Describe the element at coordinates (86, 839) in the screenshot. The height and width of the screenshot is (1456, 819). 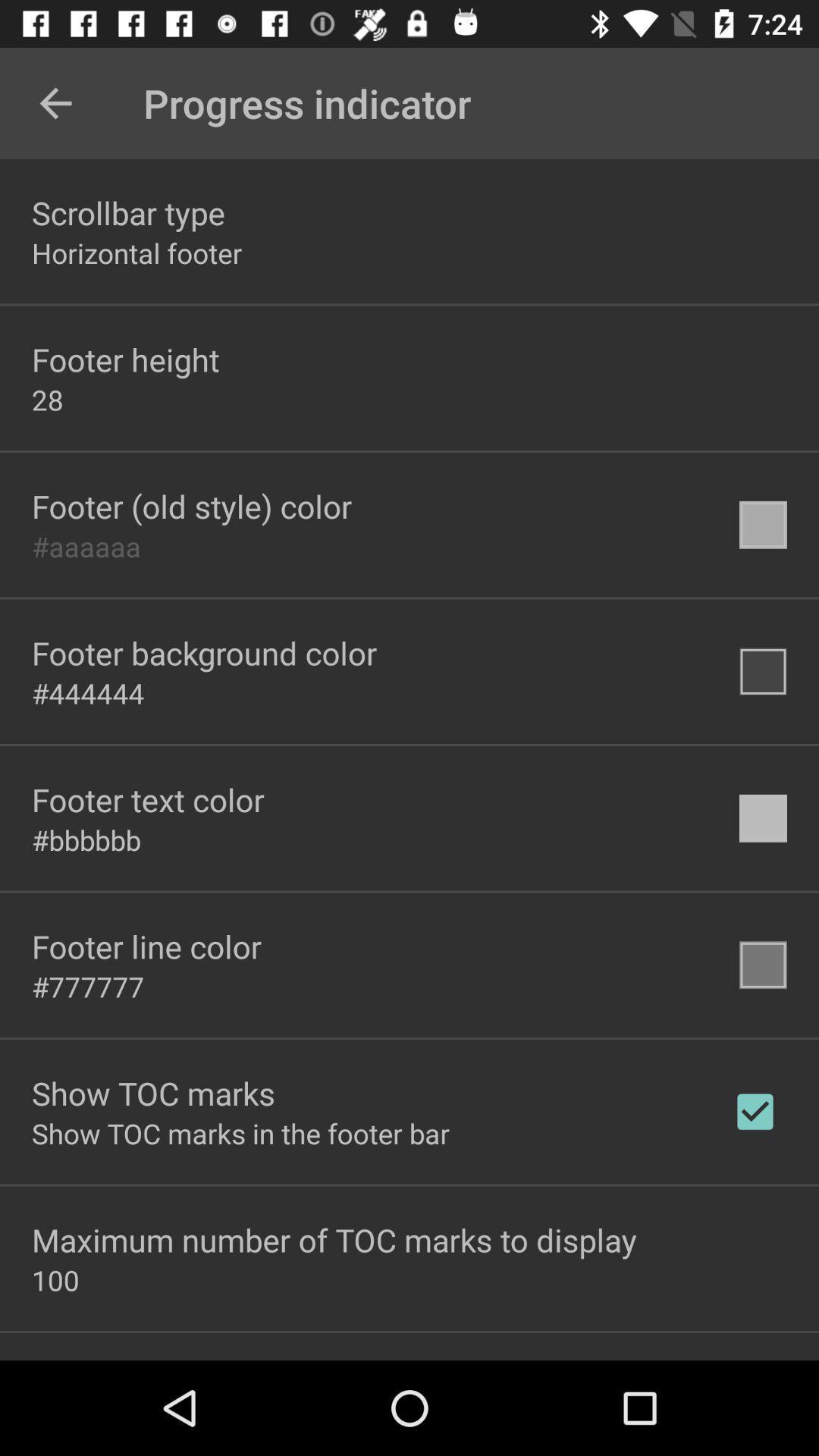
I see `#bbbbbb` at that location.